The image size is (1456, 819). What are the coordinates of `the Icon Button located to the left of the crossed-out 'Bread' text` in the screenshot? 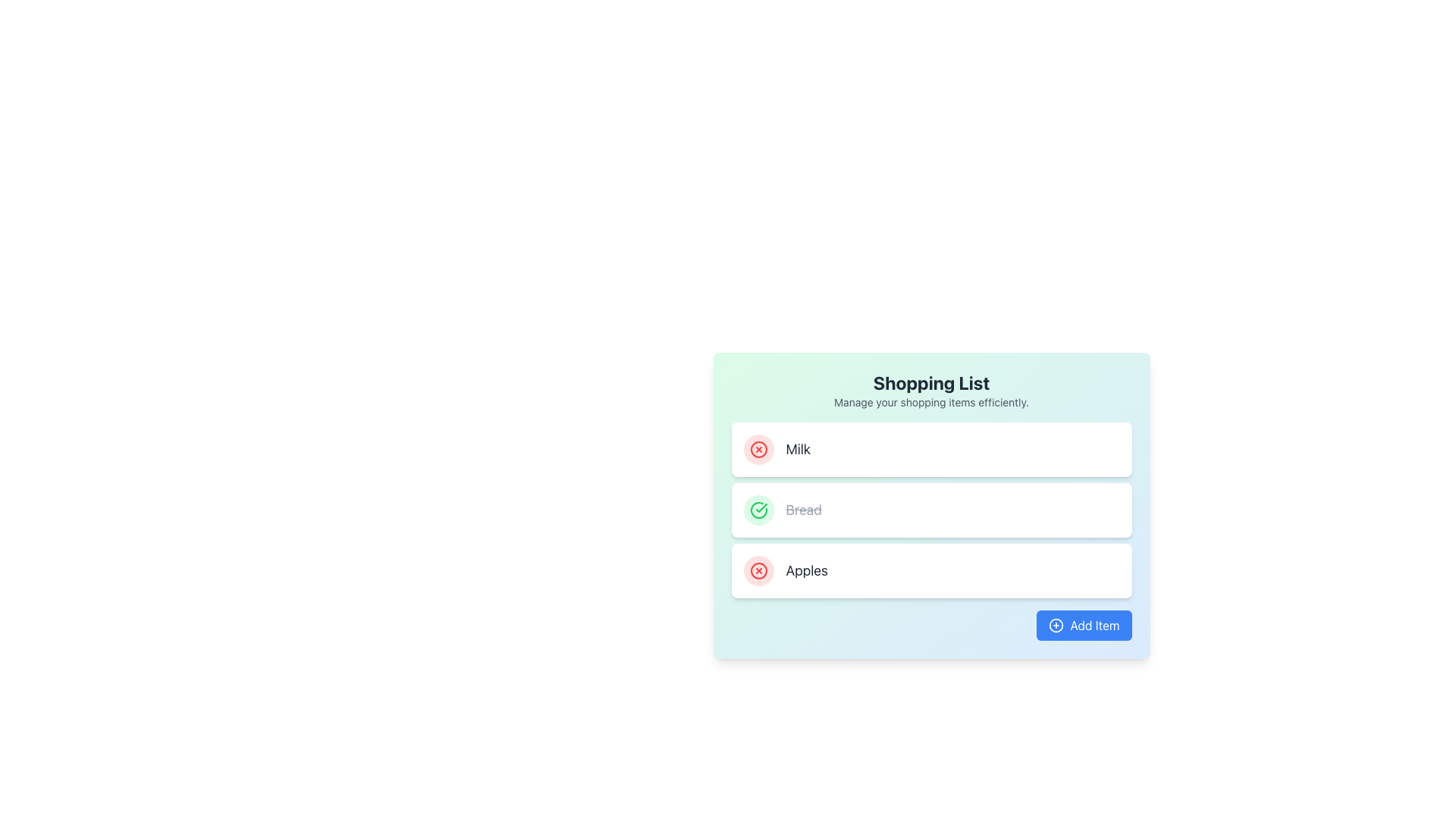 It's located at (758, 510).